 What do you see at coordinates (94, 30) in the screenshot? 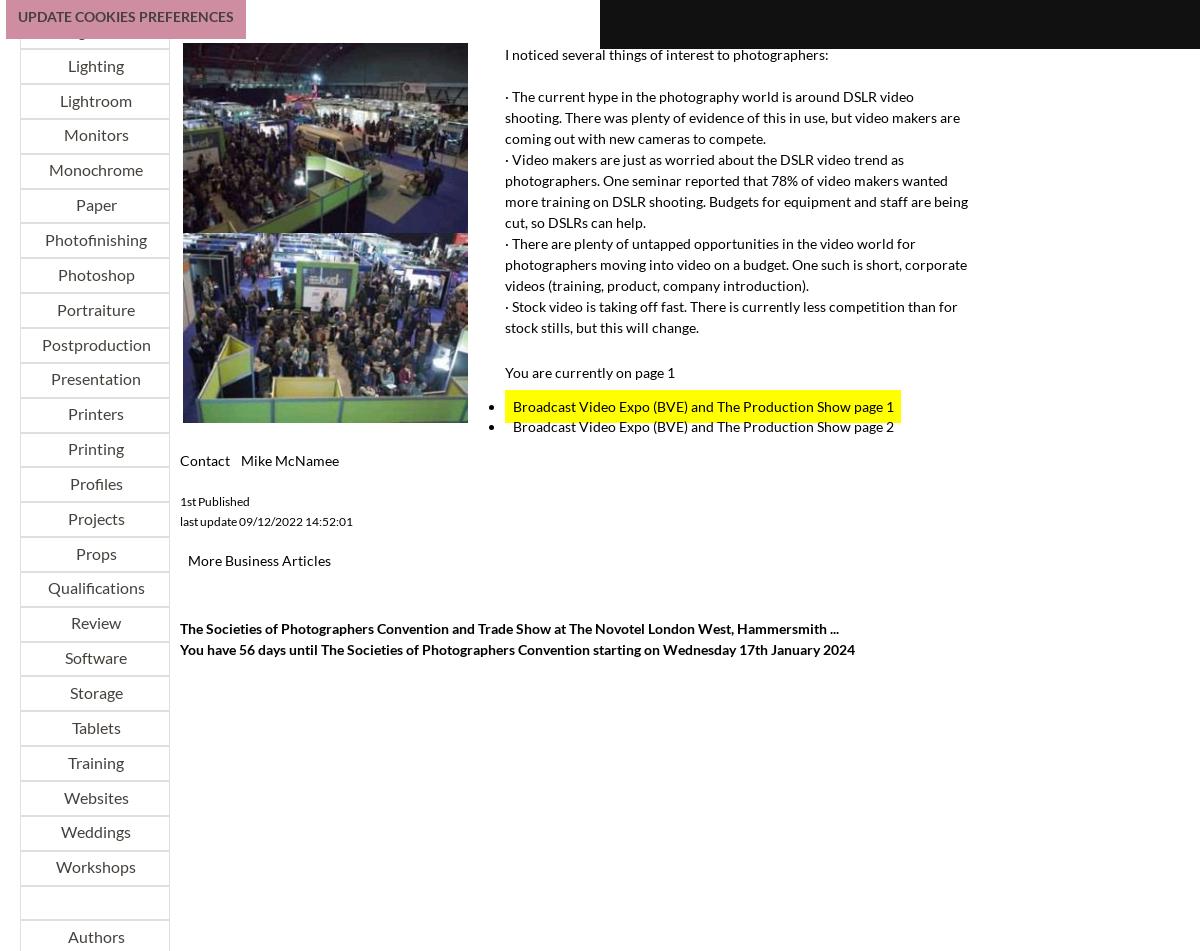
I see `'Lightbox'` at bounding box center [94, 30].